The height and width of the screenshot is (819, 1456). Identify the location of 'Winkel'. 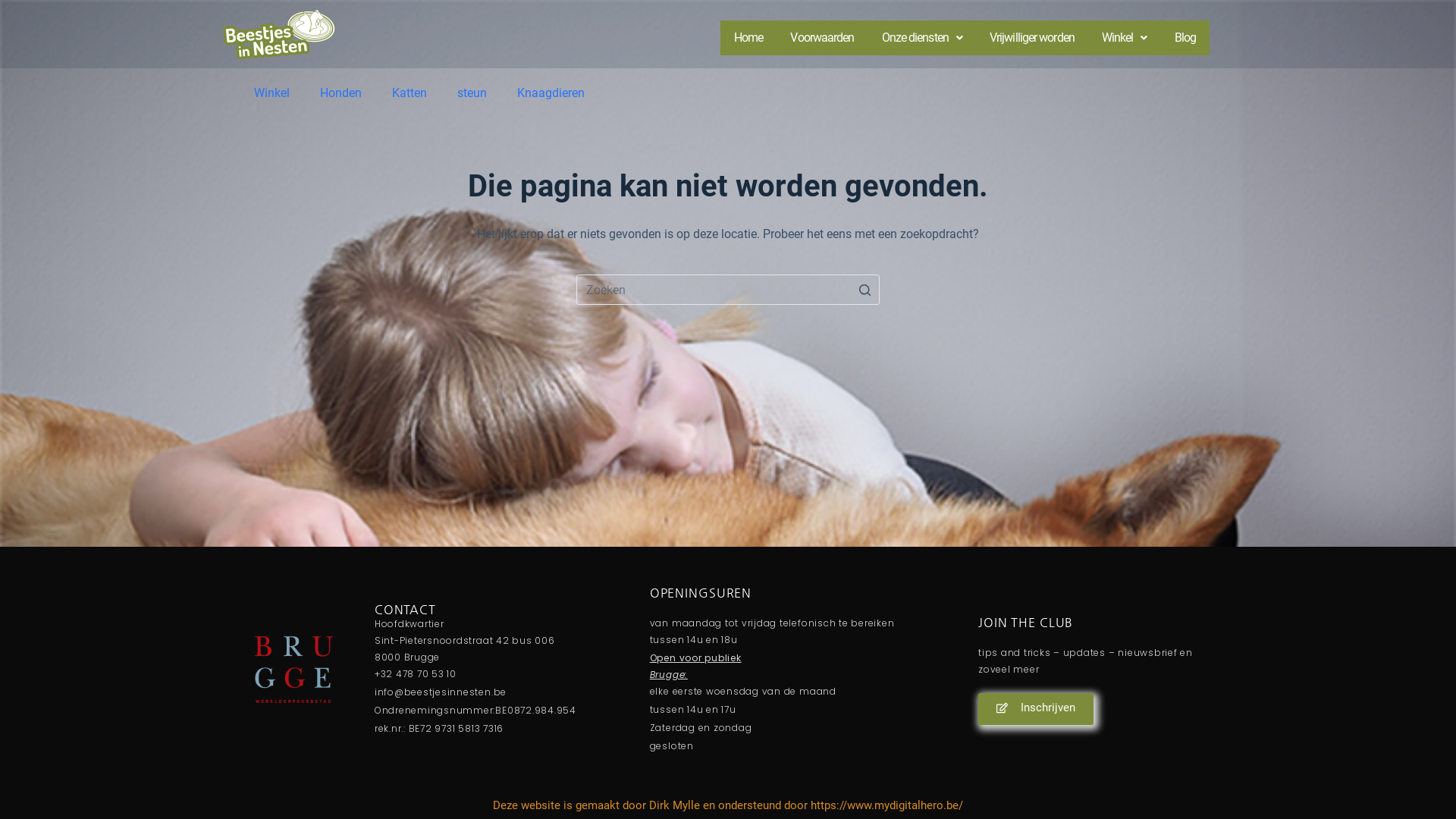
(1125, 37).